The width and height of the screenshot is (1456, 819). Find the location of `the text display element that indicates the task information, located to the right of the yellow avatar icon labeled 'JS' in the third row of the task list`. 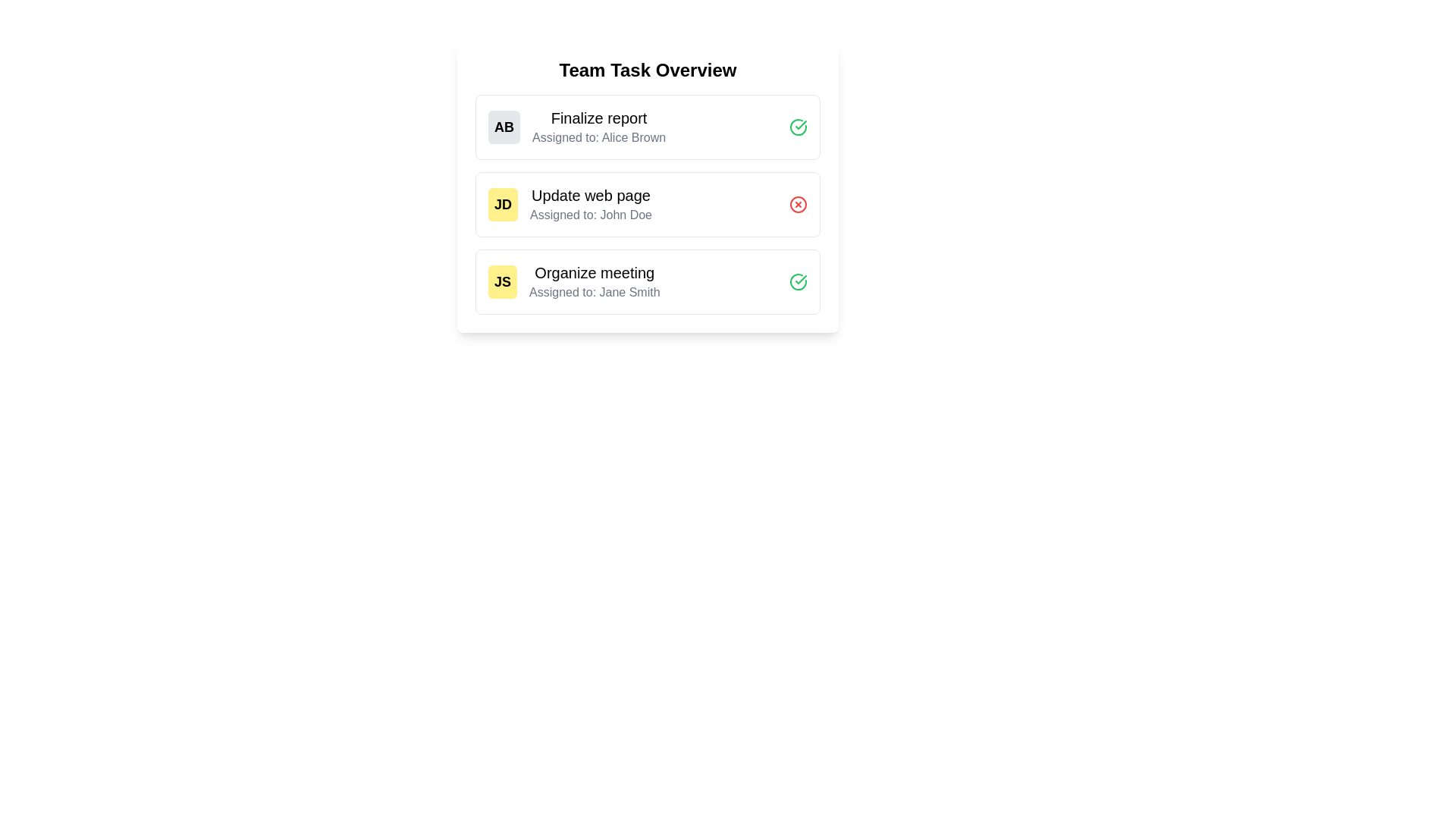

the text display element that indicates the task information, located to the right of the yellow avatar icon labeled 'JS' in the third row of the task list is located at coordinates (594, 281).